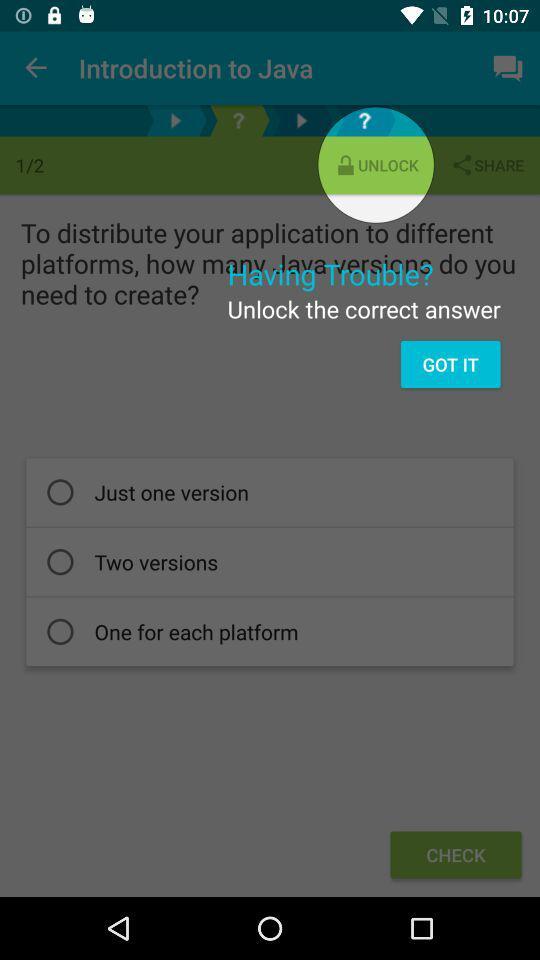 The height and width of the screenshot is (960, 540). What do you see at coordinates (363, 120) in the screenshot?
I see `open help` at bounding box center [363, 120].